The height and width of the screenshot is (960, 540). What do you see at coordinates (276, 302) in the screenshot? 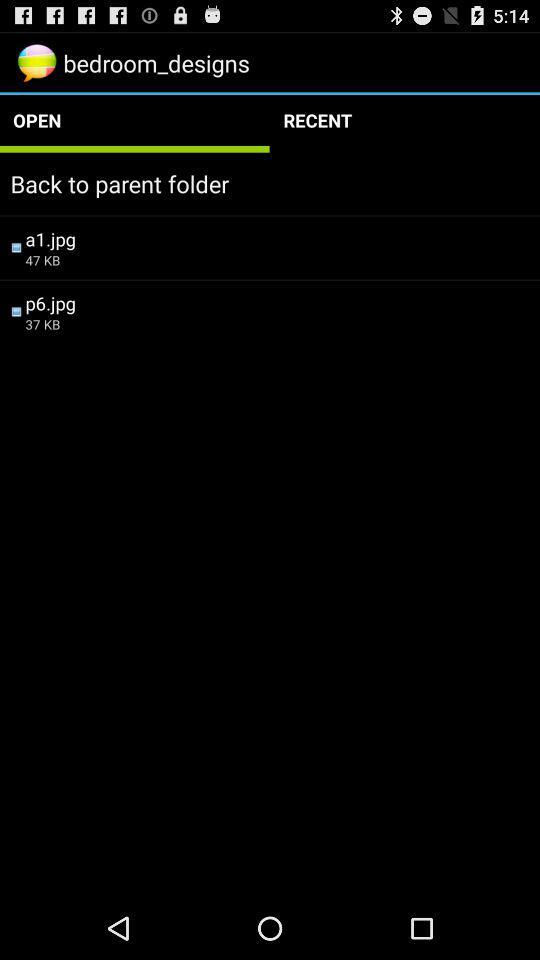
I see `the p6.jpg` at bounding box center [276, 302].